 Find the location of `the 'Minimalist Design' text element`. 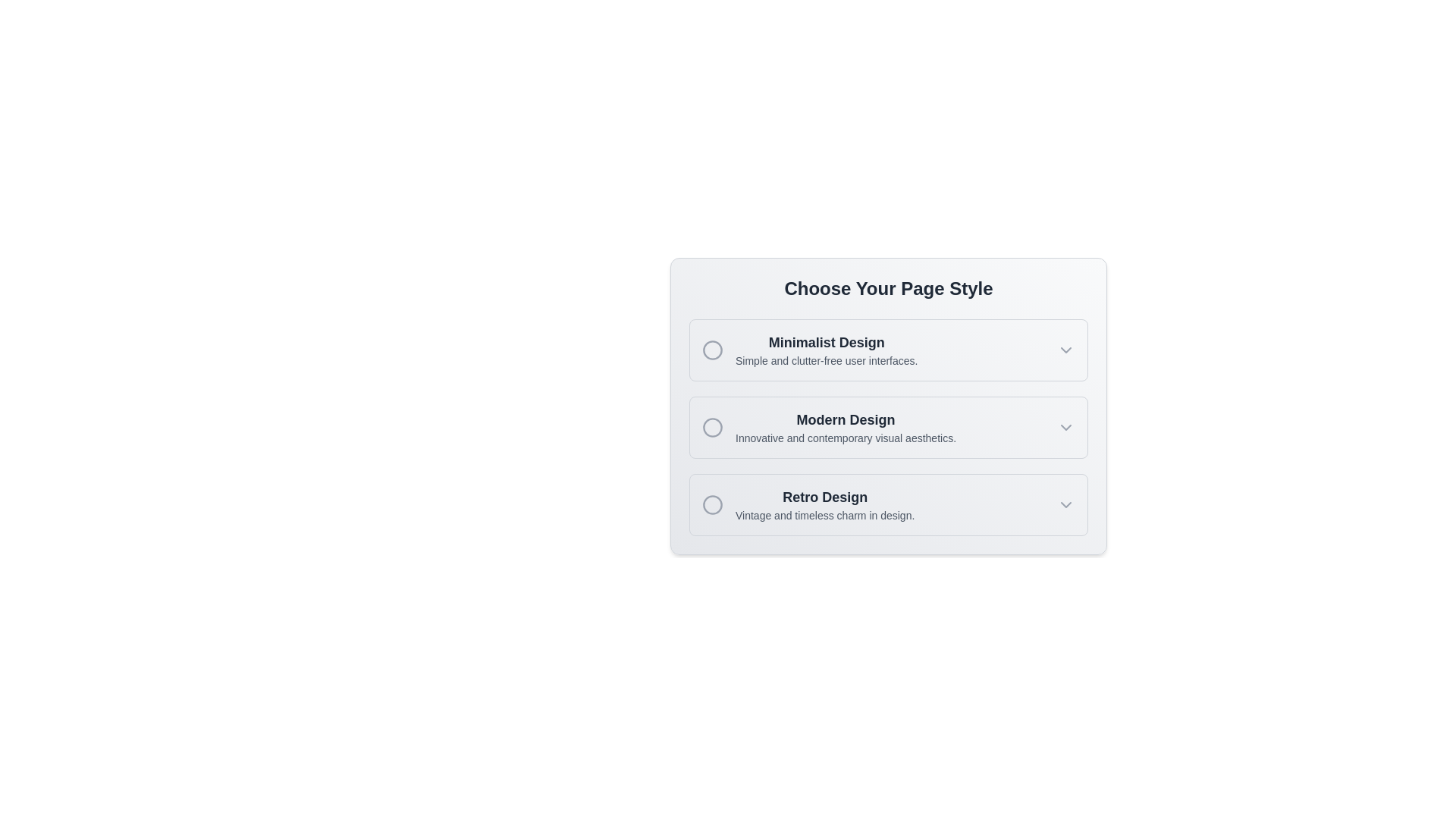

the 'Minimalist Design' text element is located at coordinates (826, 350).